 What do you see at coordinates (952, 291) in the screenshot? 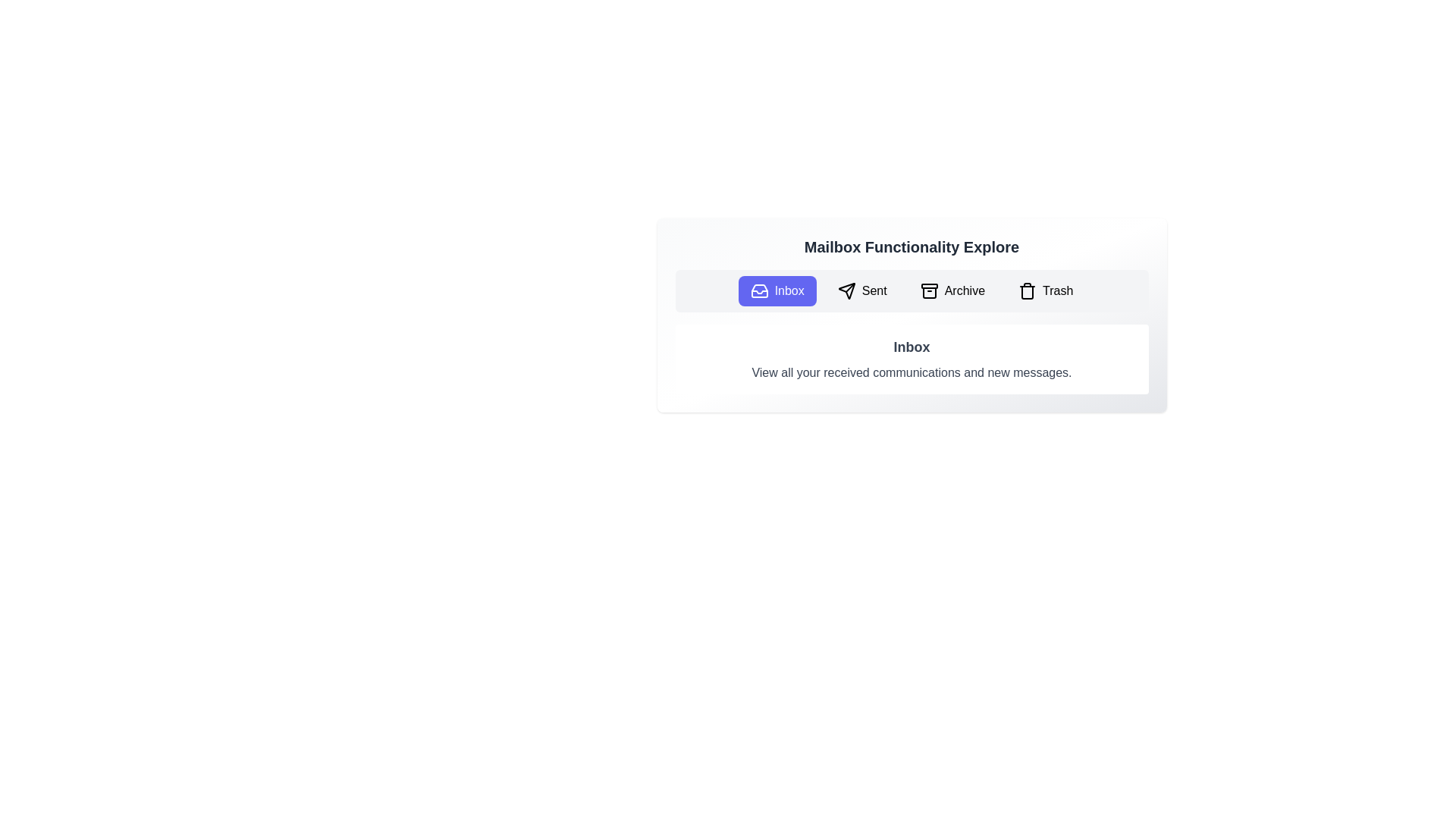
I see `the Archive tab` at bounding box center [952, 291].